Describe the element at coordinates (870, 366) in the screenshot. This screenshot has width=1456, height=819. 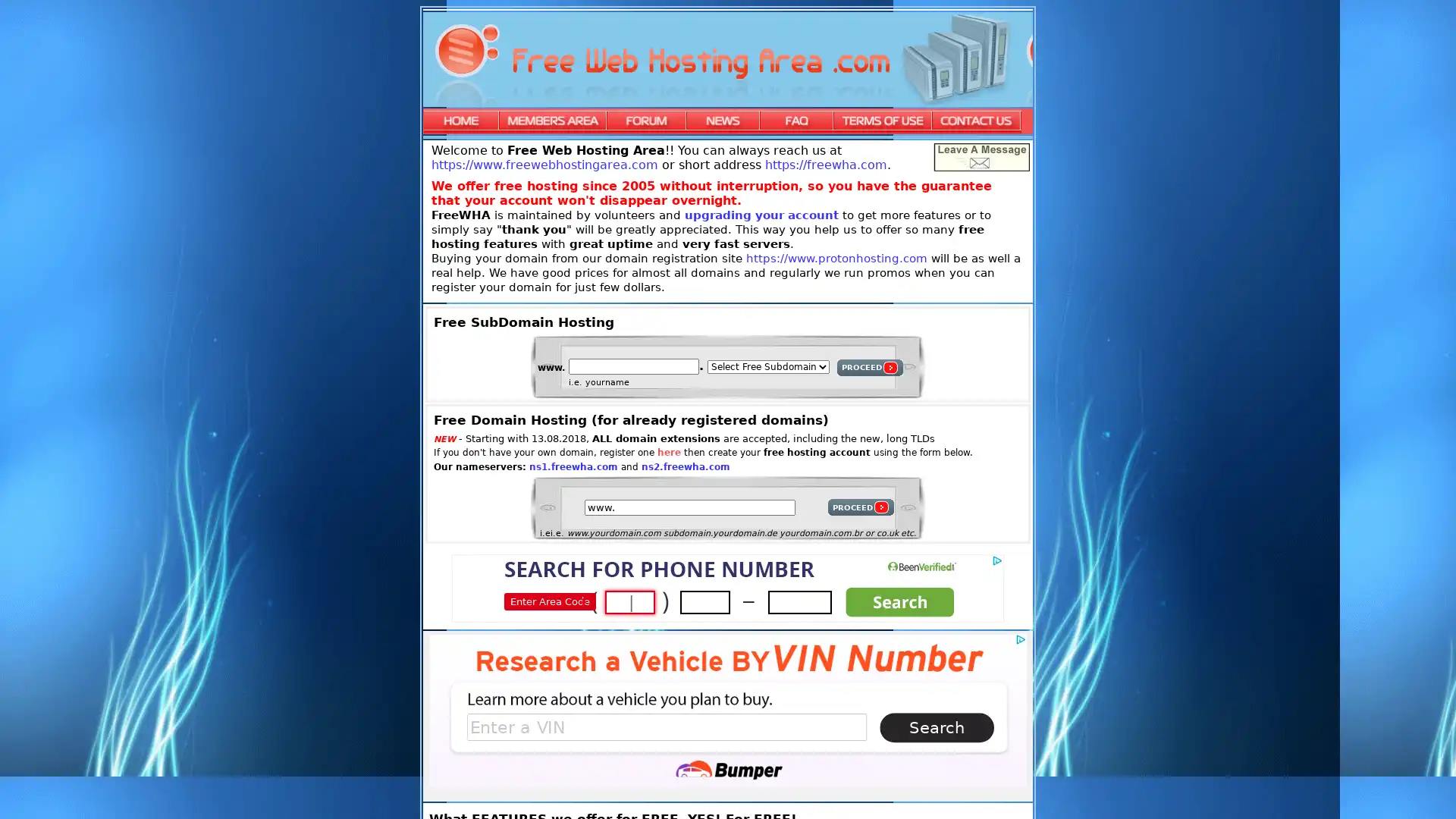
I see `PROCEED` at that location.